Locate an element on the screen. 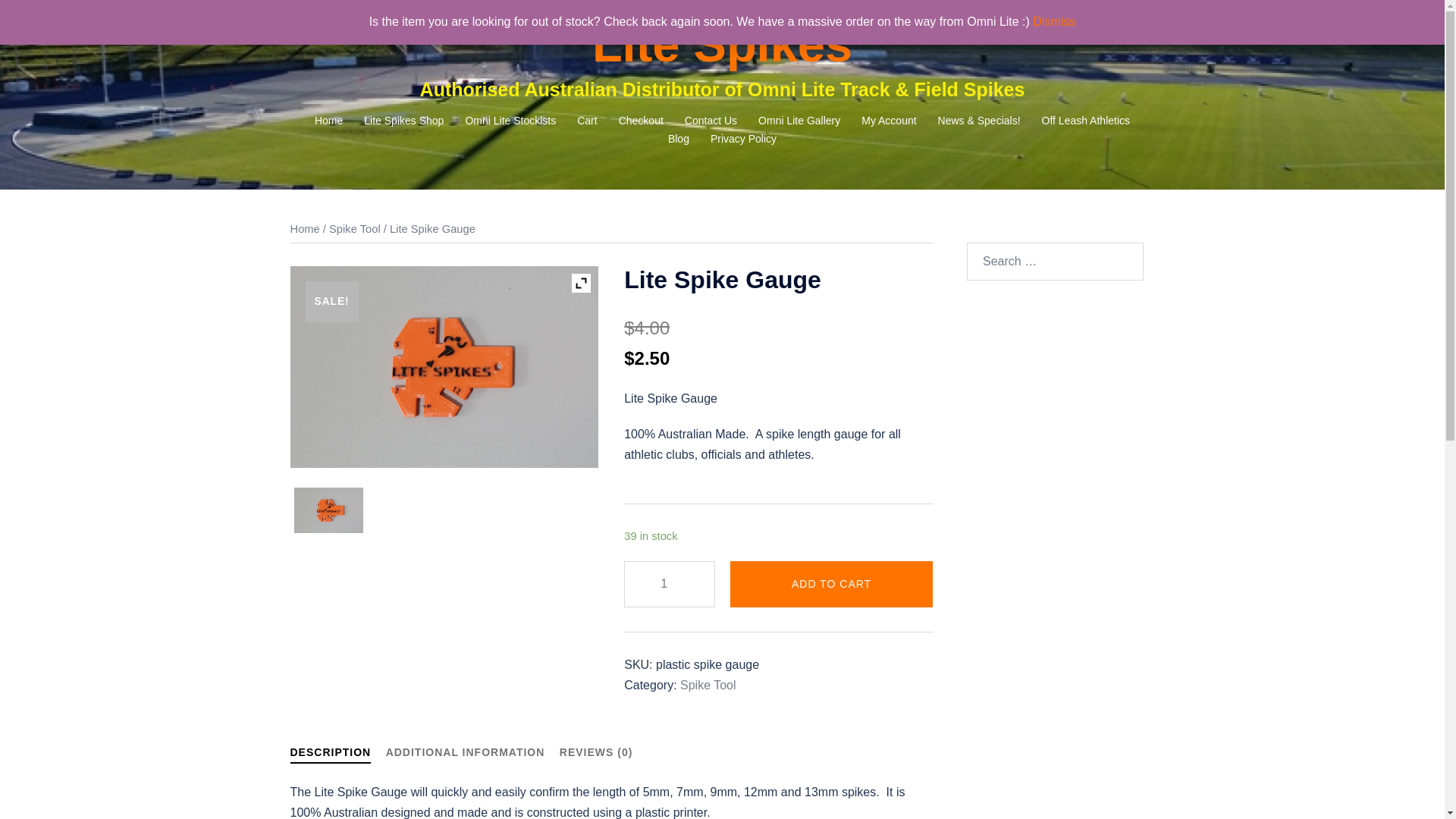  'Lite Spikes Shop' is located at coordinates (403, 120).